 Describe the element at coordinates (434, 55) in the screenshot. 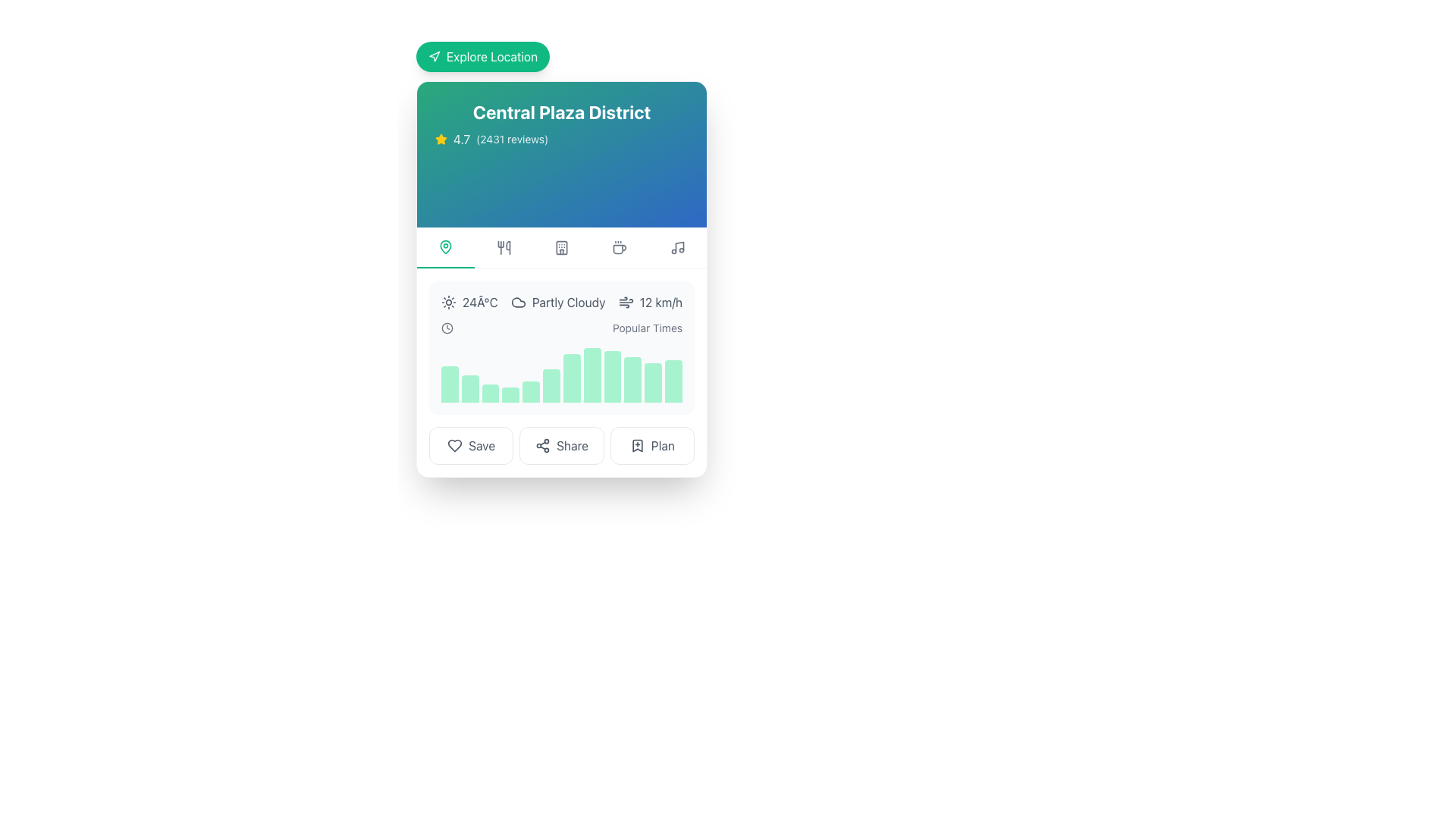

I see `the small triangular navigation pointer icon located at the top-left side of the card component, adjacent to the green 'Explore Location' button` at that location.